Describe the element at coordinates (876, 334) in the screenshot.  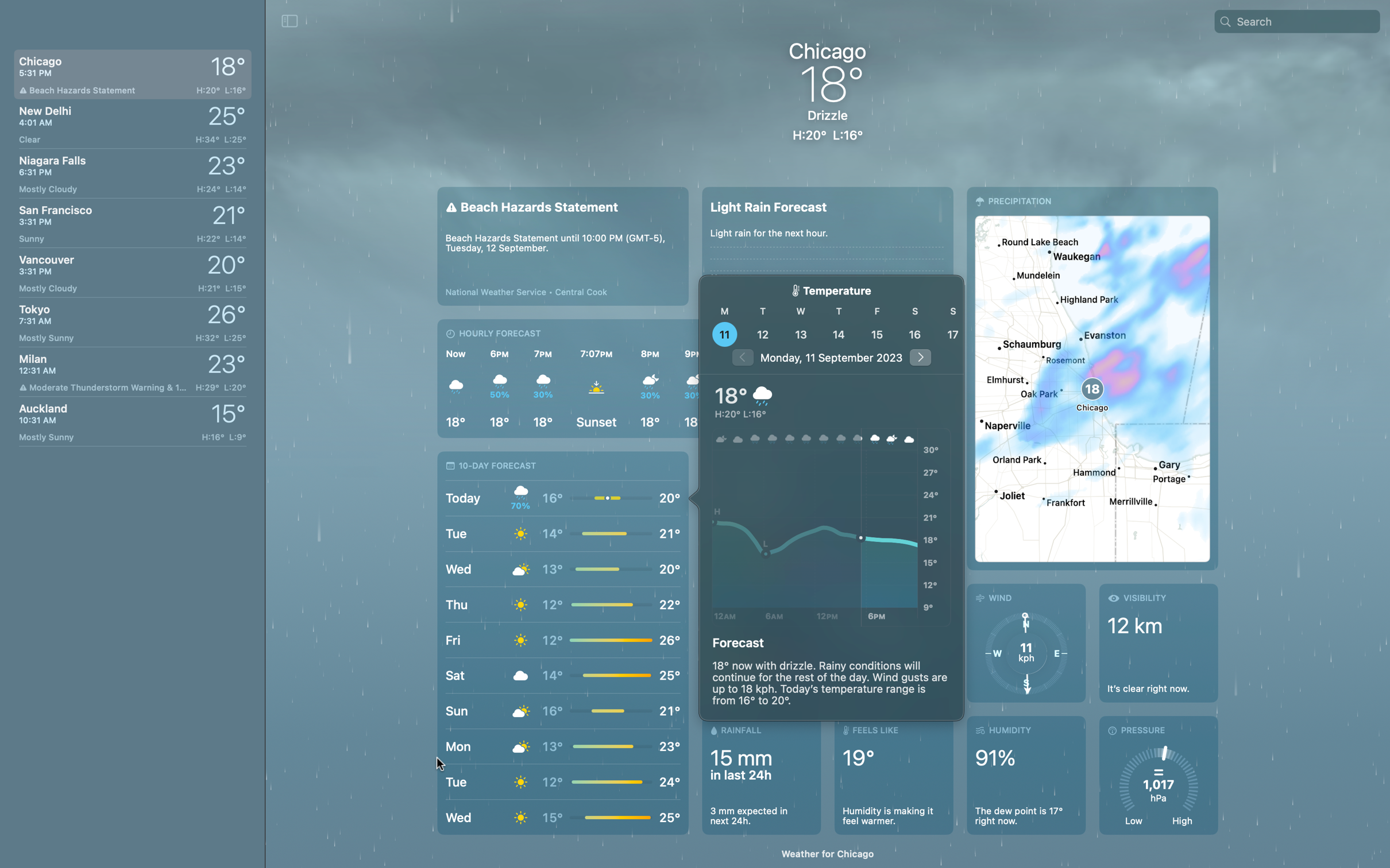
I see `Check the meteorological conditions of Chicago on the 15th` at that location.